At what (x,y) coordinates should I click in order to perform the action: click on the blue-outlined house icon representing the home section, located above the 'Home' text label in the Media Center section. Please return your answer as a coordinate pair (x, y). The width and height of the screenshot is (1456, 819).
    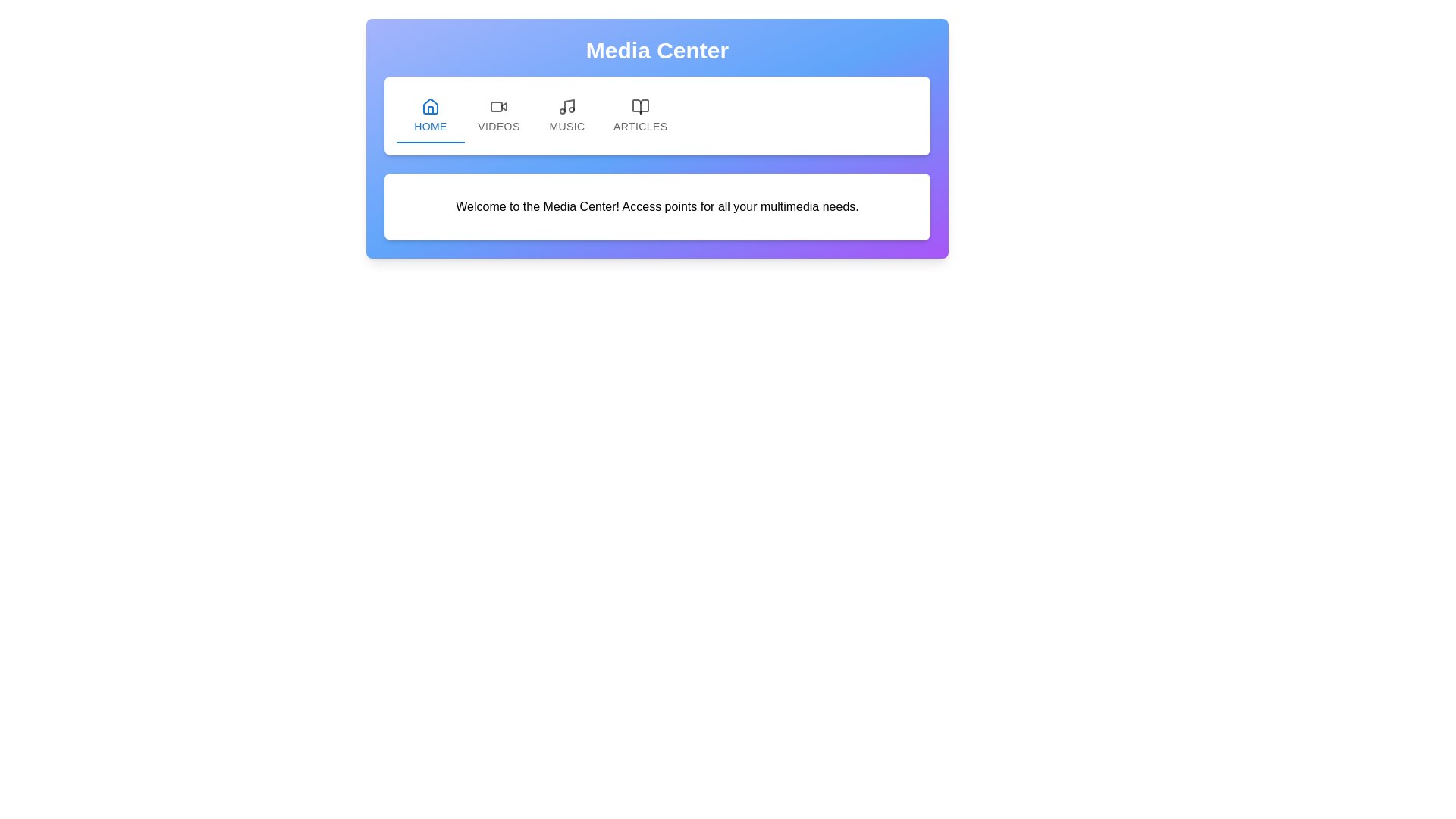
    Looking at the image, I should click on (429, 106).